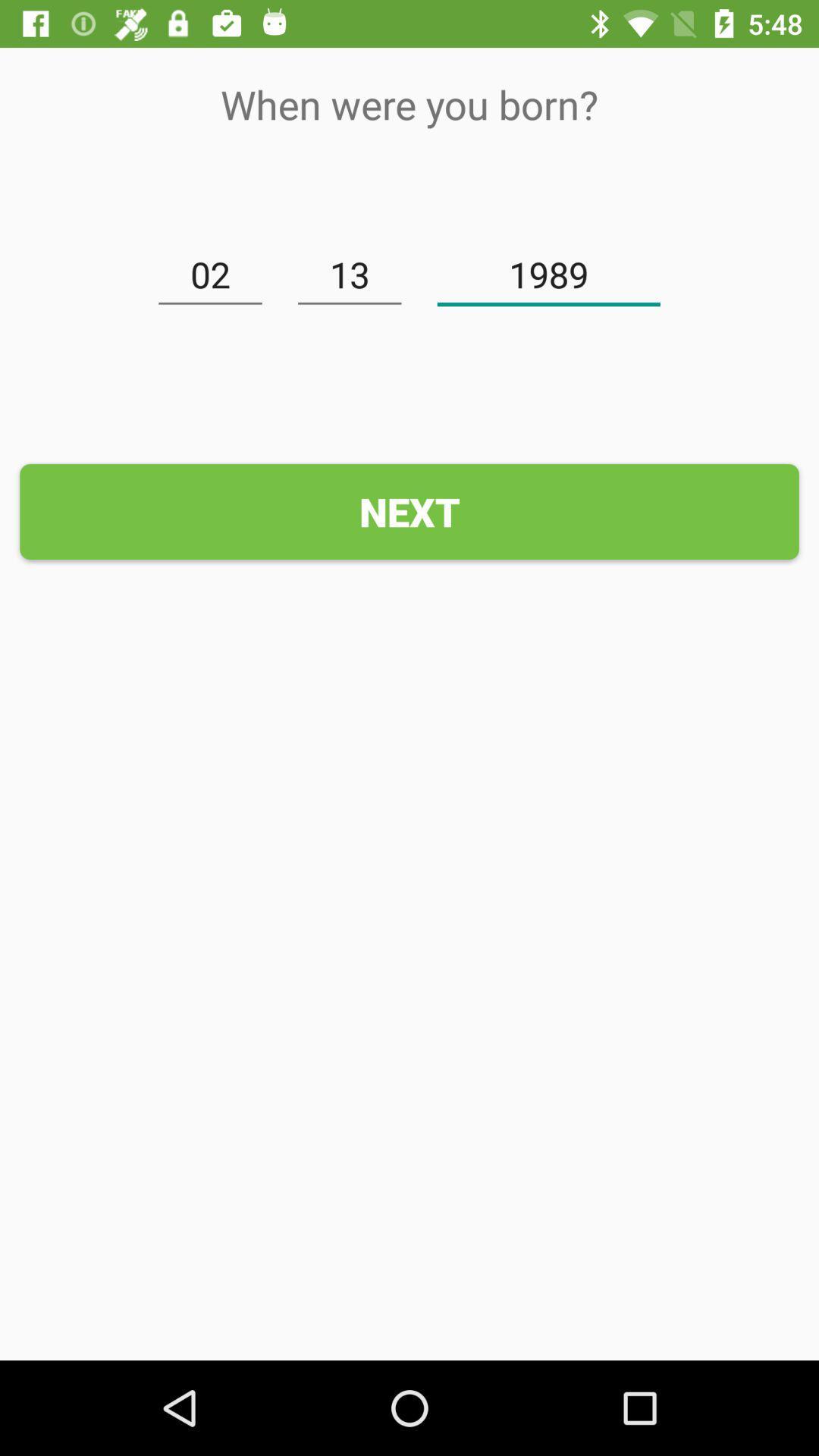 The image size is (819, 1456). Describe the element at coordinates (548, 275) in the screenshot. I see `item next to 13 item` at that location.